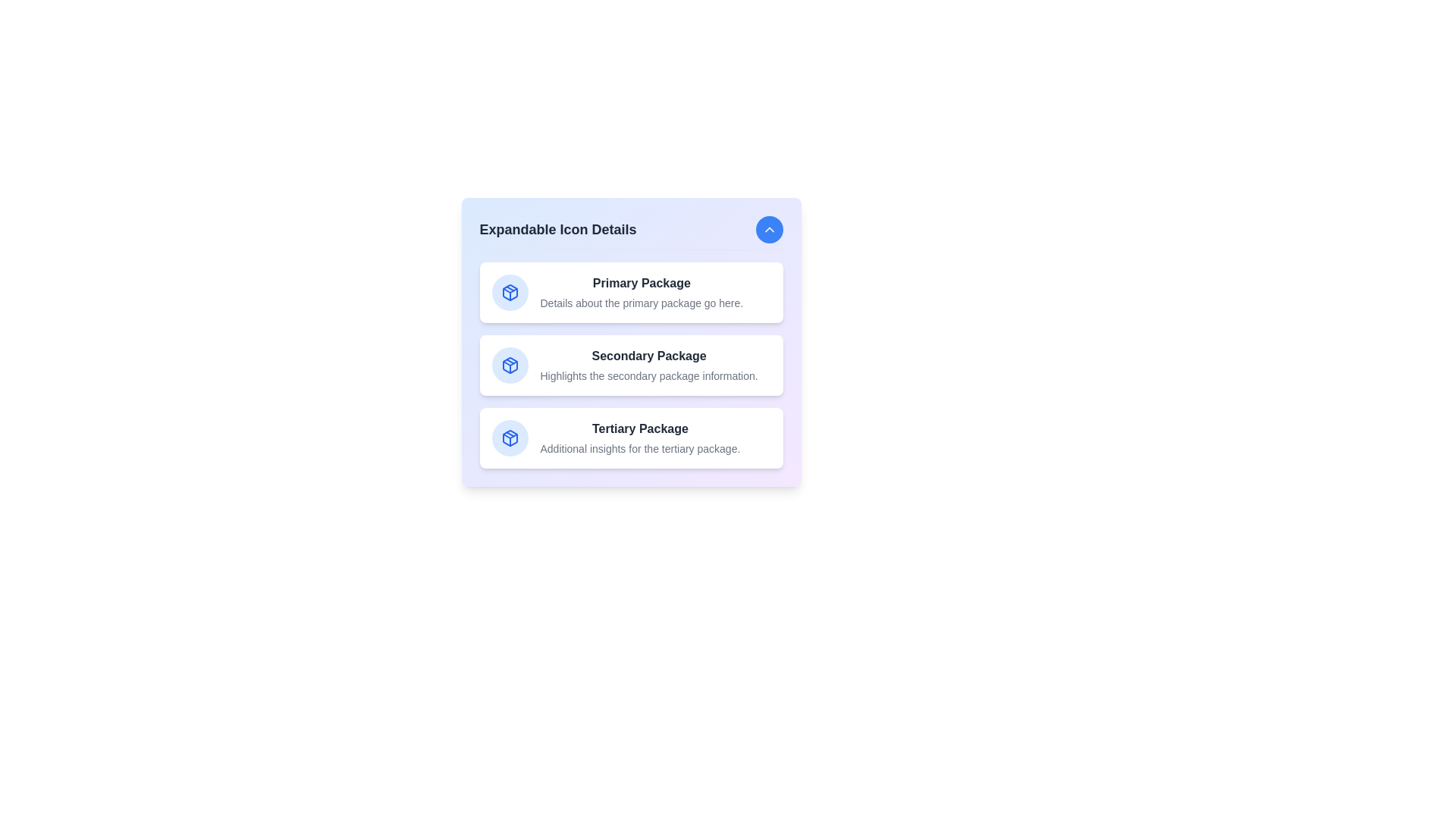 This screenshot has width=1456, height=819. What do you see at coordinates (631, 233) in the screenshot?
I see `title of the Collapsible Section Header, which is currently expanded and indicated by the chevron icon` at bounding box center [631, 233].